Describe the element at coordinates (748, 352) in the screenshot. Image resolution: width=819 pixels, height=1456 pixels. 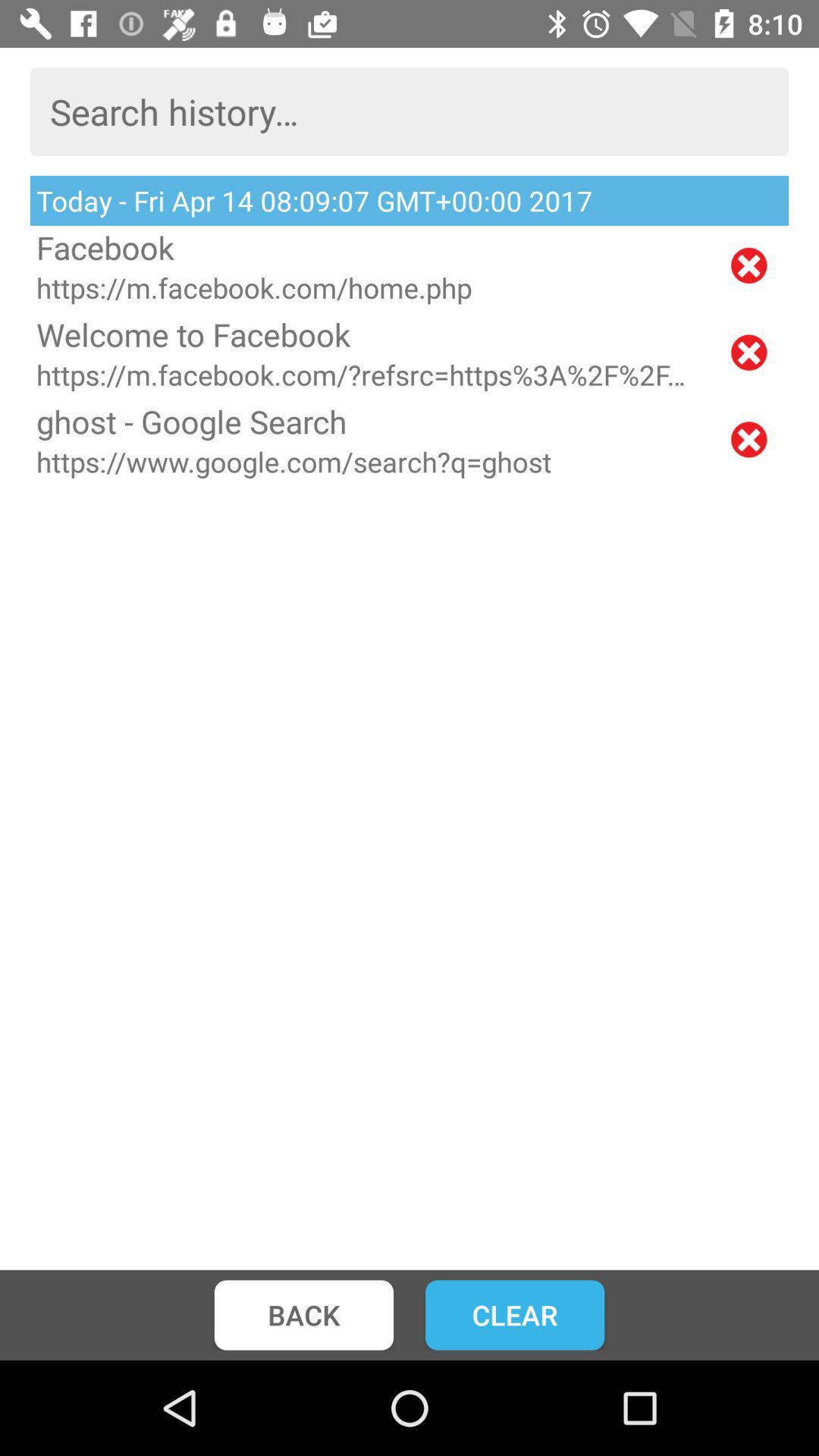
I see `history delete button` at that location.